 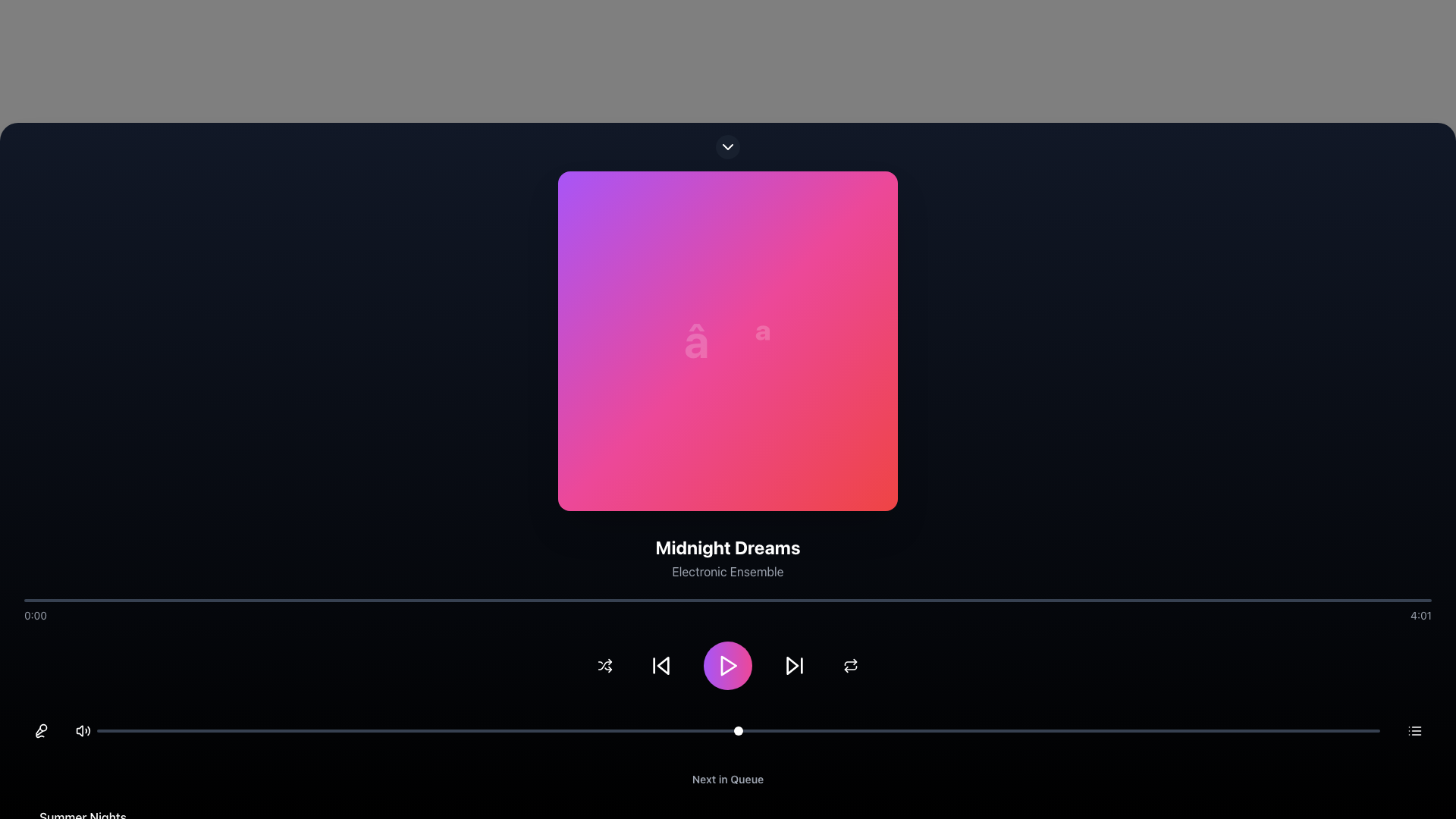 What do you see at coordinates (728, 665) in the screenshot?
I see `the central circular button with a gradient background transitioning from purple to pink, which contains a white play icon` at bounding box center [728, 665].